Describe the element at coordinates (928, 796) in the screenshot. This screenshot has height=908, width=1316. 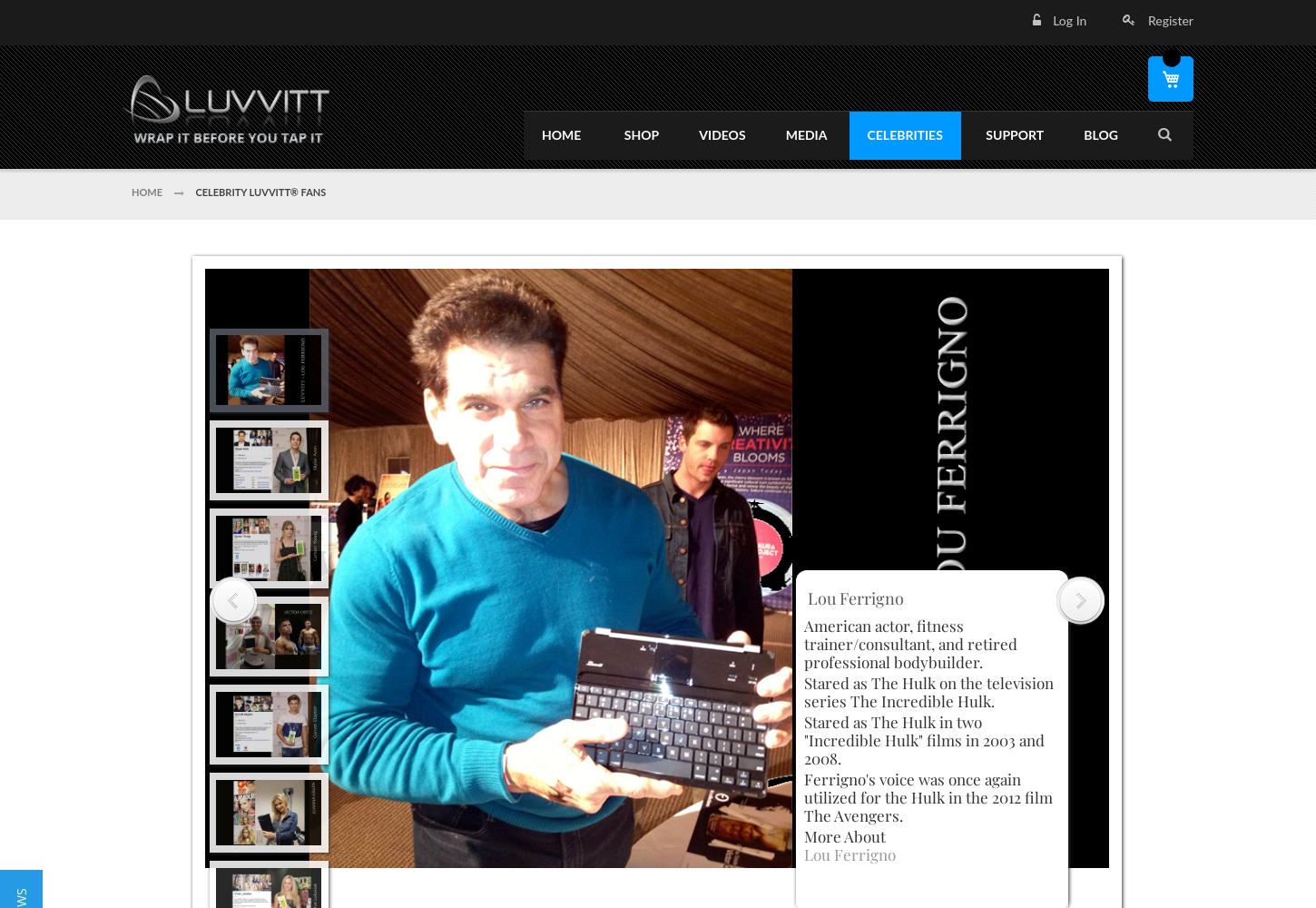
I see `'Ferrigno's voice was once again utilized for the Hulk in the 2012 film The Avengers.'` at that location.